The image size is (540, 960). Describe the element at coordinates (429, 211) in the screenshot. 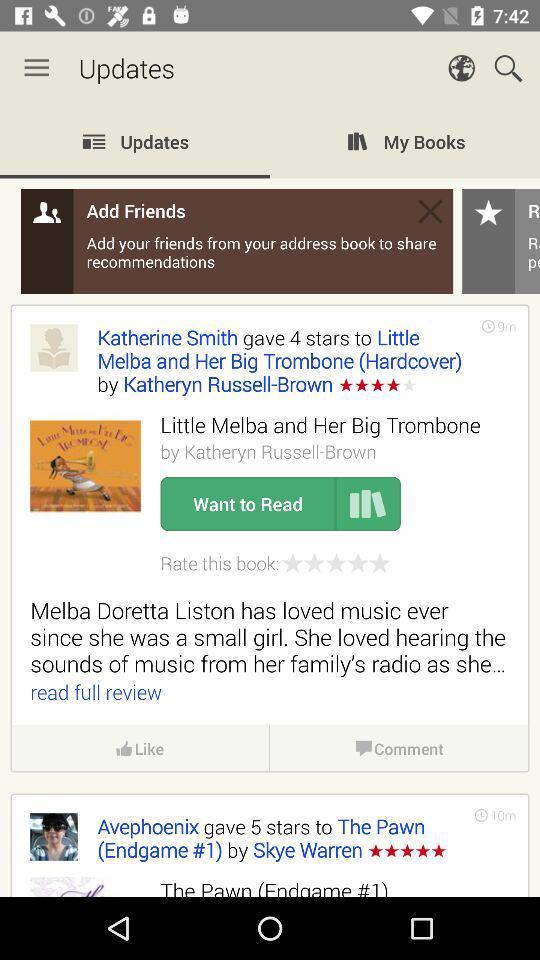

I see `add friends box` at that location.